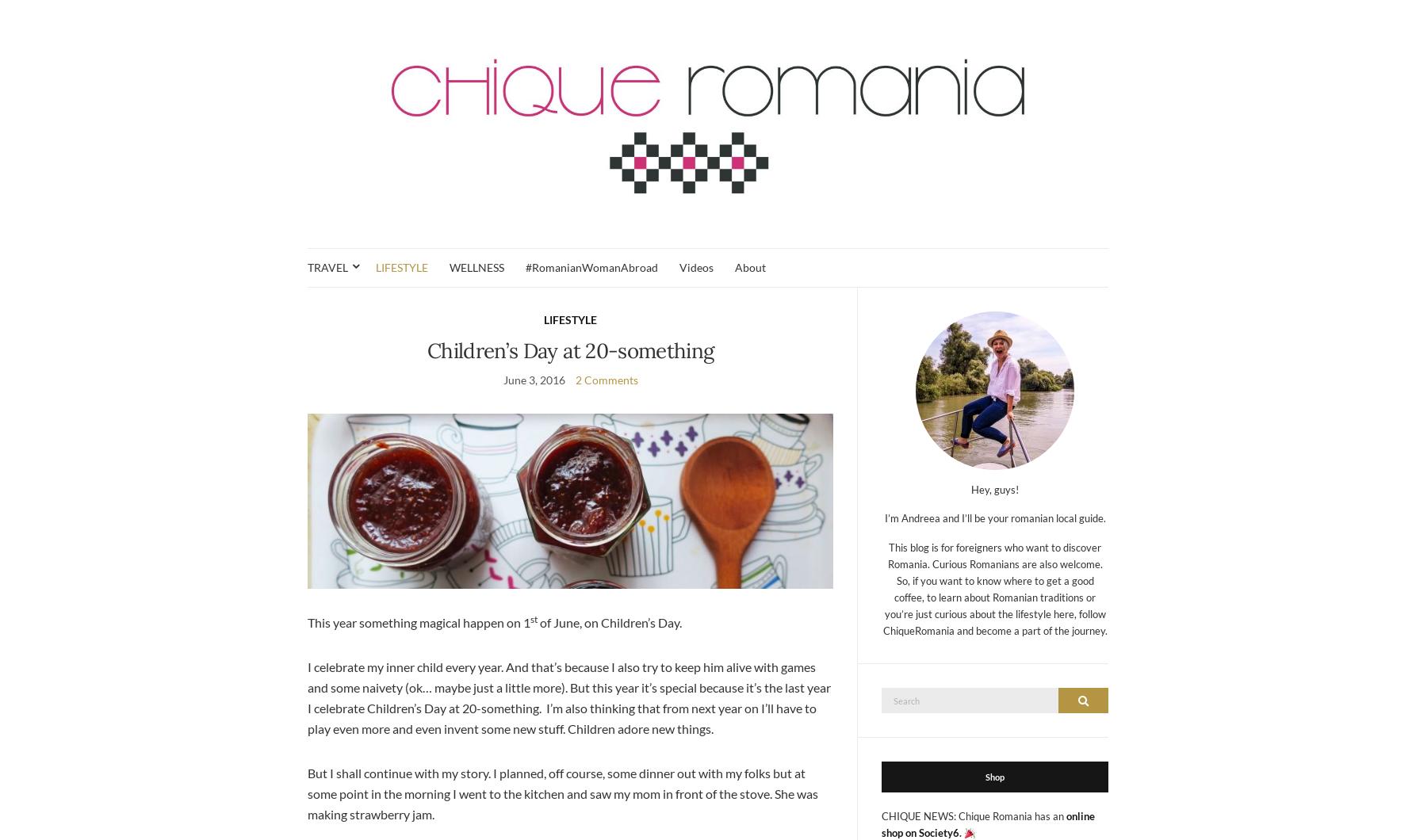 This screenshot has height=840, width=1416. Describe the element at coordinates (988, 823) in the screenshot. I see `'online shop on Society6'` at that location.